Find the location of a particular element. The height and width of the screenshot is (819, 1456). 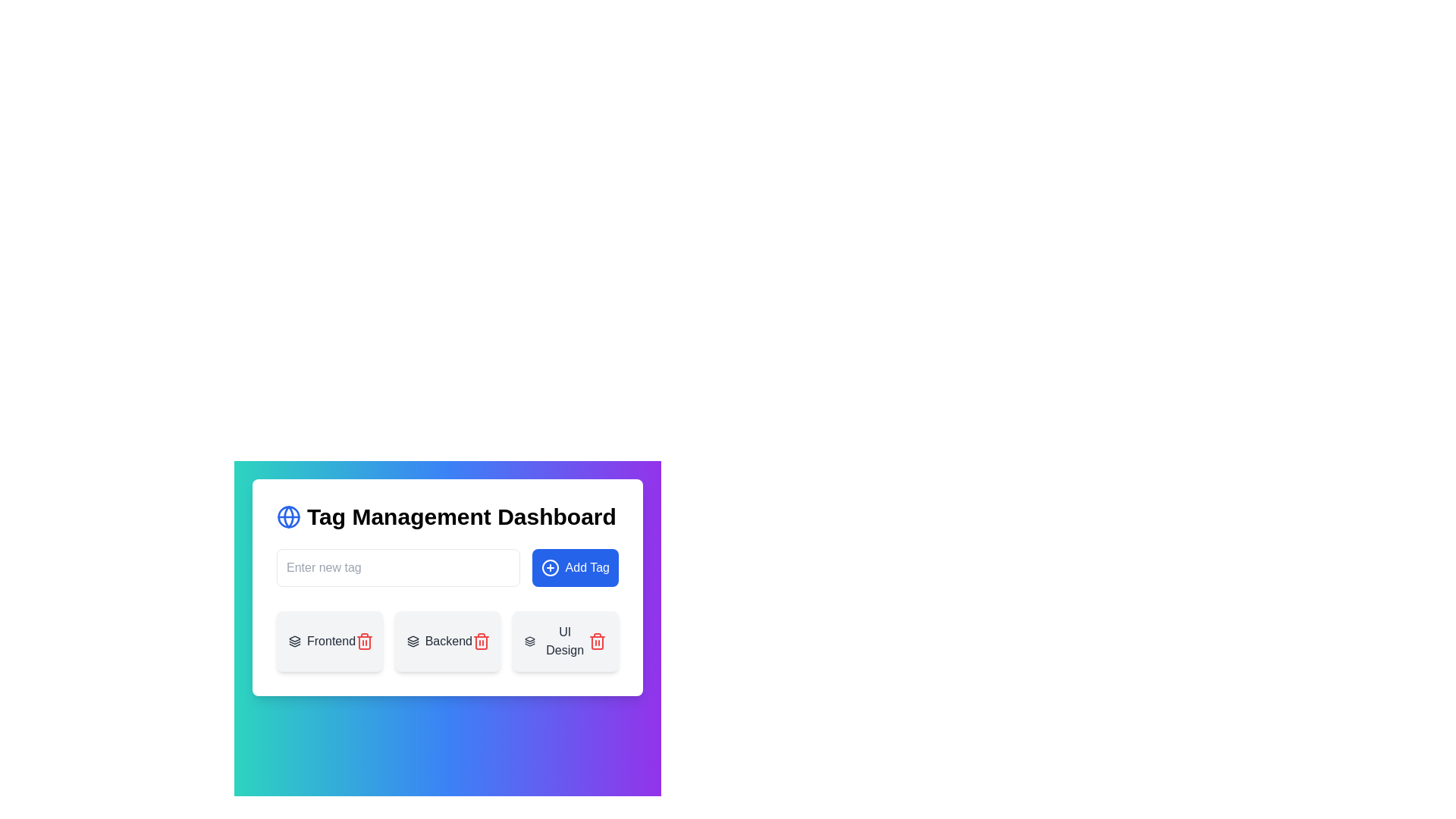

the plus icon within the 'Add Tag' button, which indicates the action of adding or creating new tags is located at coordinates (549, 567).